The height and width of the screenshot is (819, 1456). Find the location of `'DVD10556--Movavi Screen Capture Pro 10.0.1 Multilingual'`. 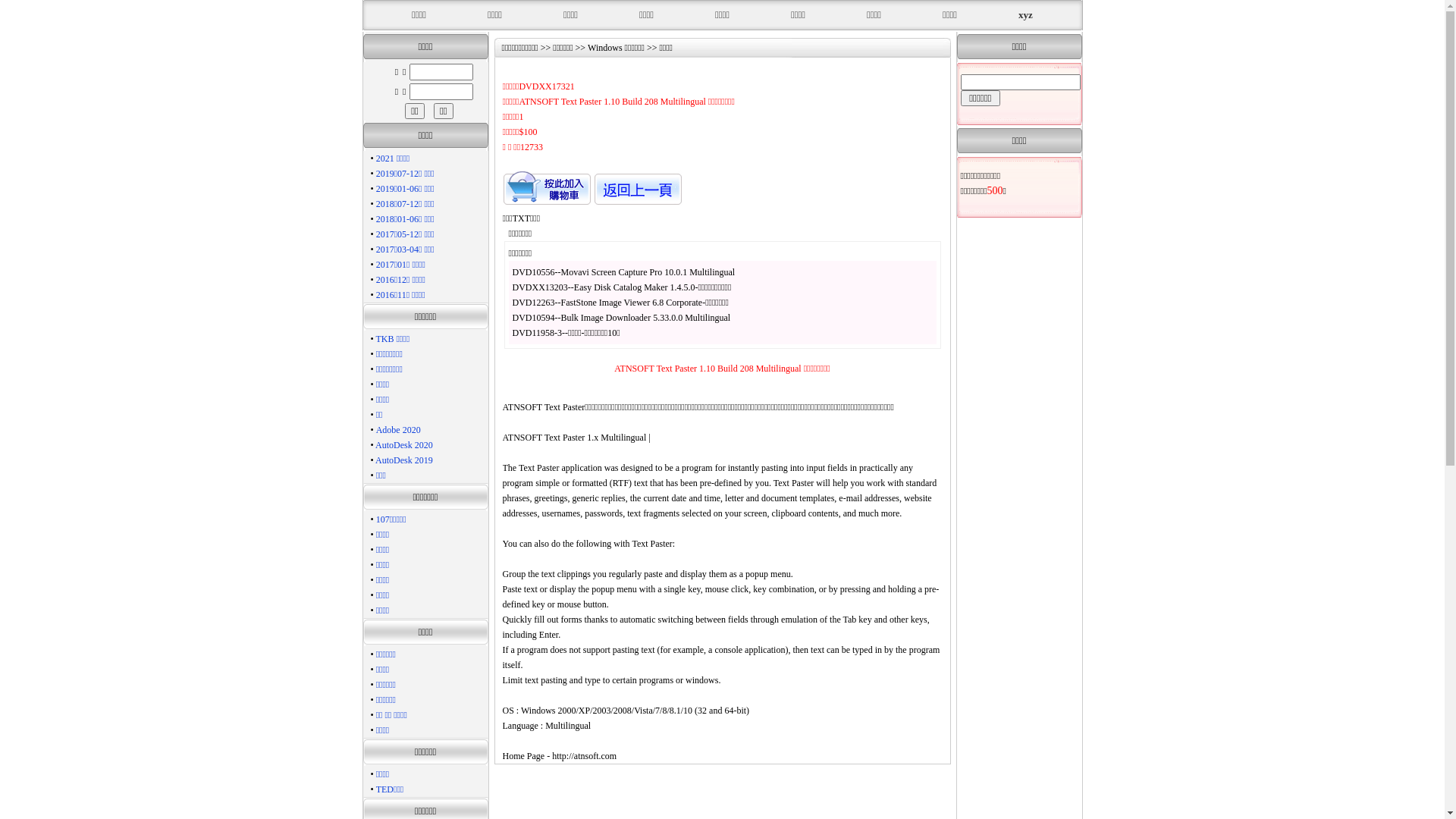

'DVD10556--Movavi Screen Capture Pro 10.0.1 Multilingual' is located at coordinates (623, 271).